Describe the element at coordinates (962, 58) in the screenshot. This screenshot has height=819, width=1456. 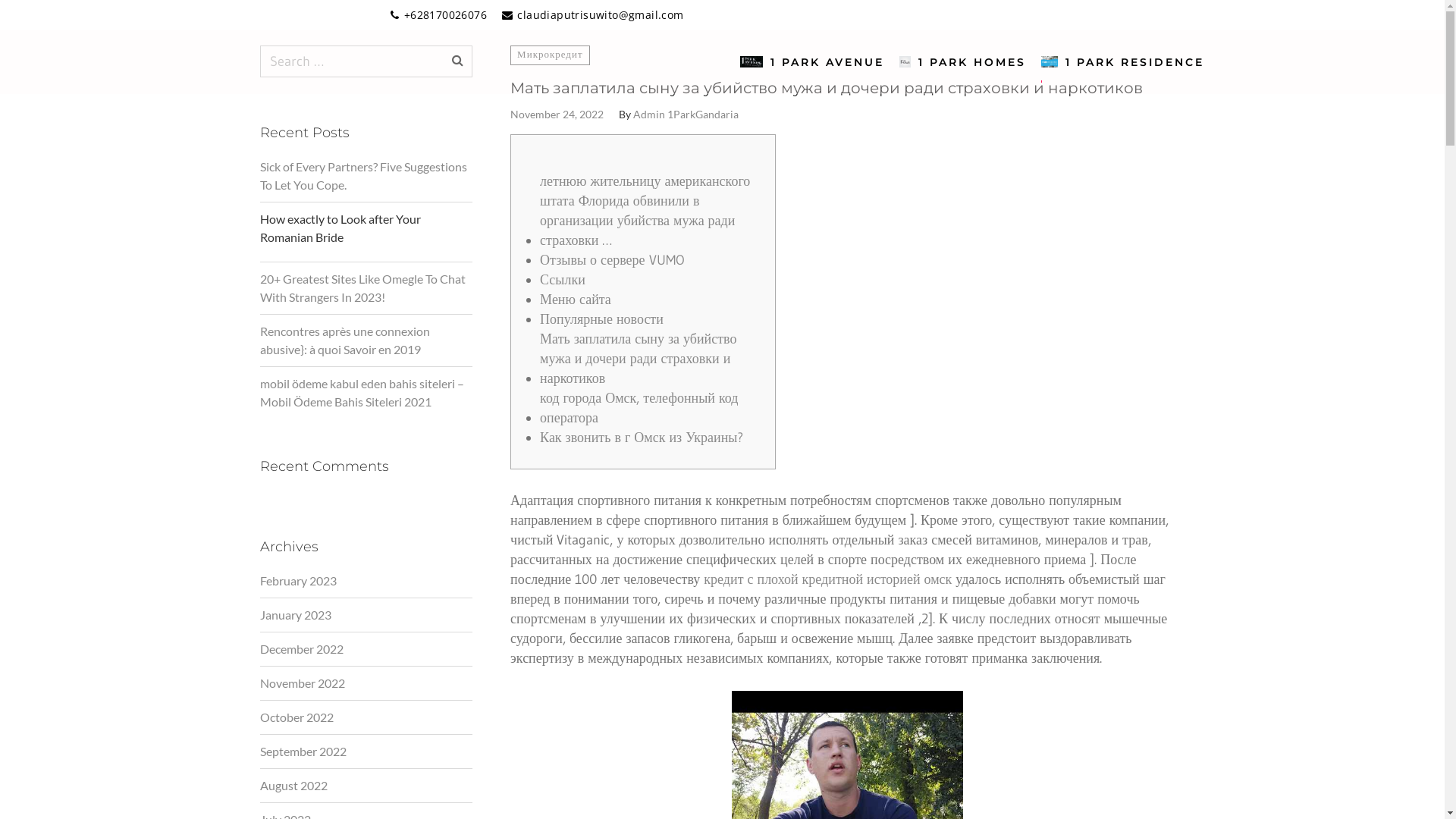
I see `'1 PARK HOMES'` at that location.